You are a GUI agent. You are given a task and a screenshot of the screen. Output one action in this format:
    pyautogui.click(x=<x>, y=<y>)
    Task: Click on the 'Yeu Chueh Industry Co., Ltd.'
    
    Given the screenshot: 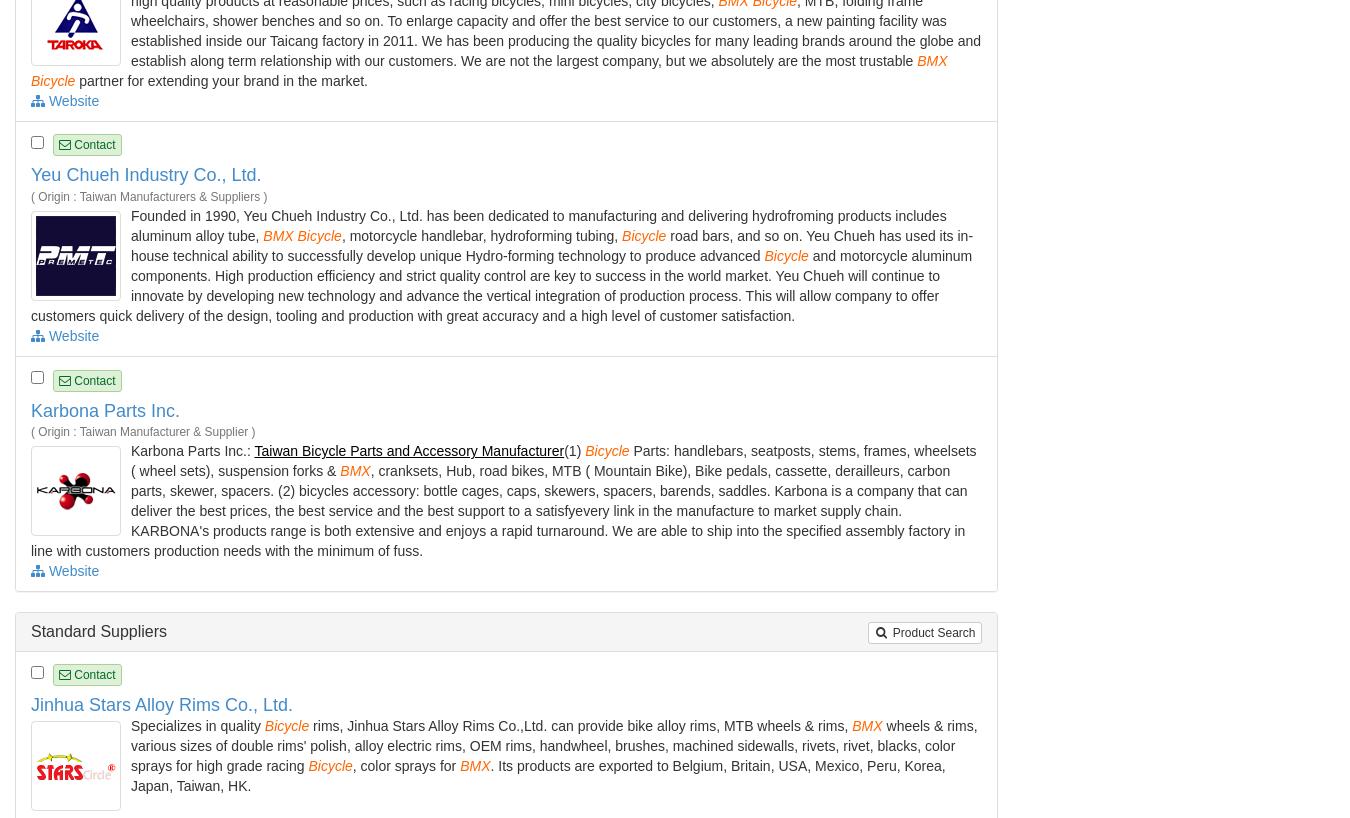 What is the action you would take?
    pyautogui.click(x=145, y=173)
    